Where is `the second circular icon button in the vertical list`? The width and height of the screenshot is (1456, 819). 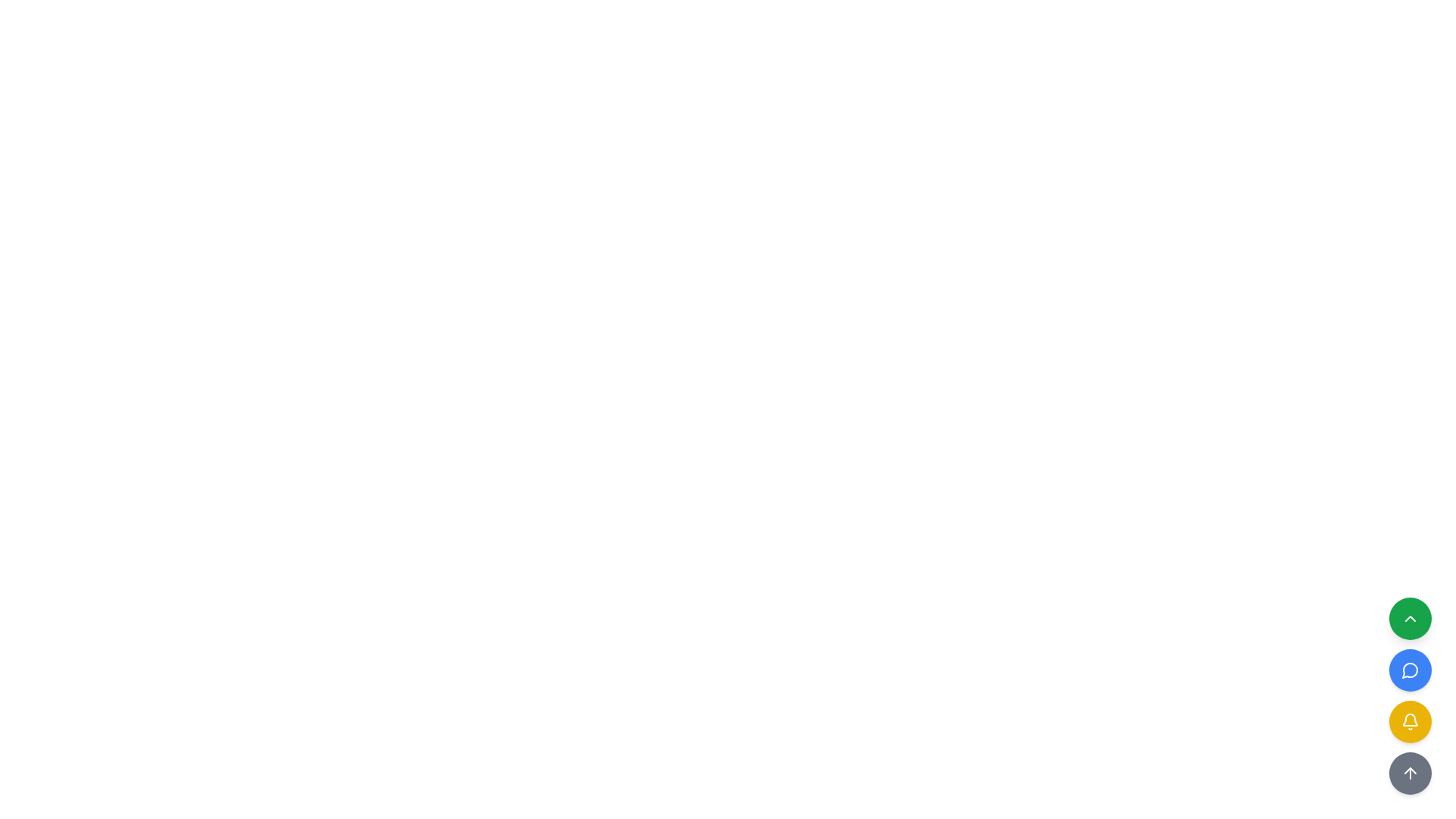
the second circular icon button in the vertical list is located at coordinates (1410, 669).